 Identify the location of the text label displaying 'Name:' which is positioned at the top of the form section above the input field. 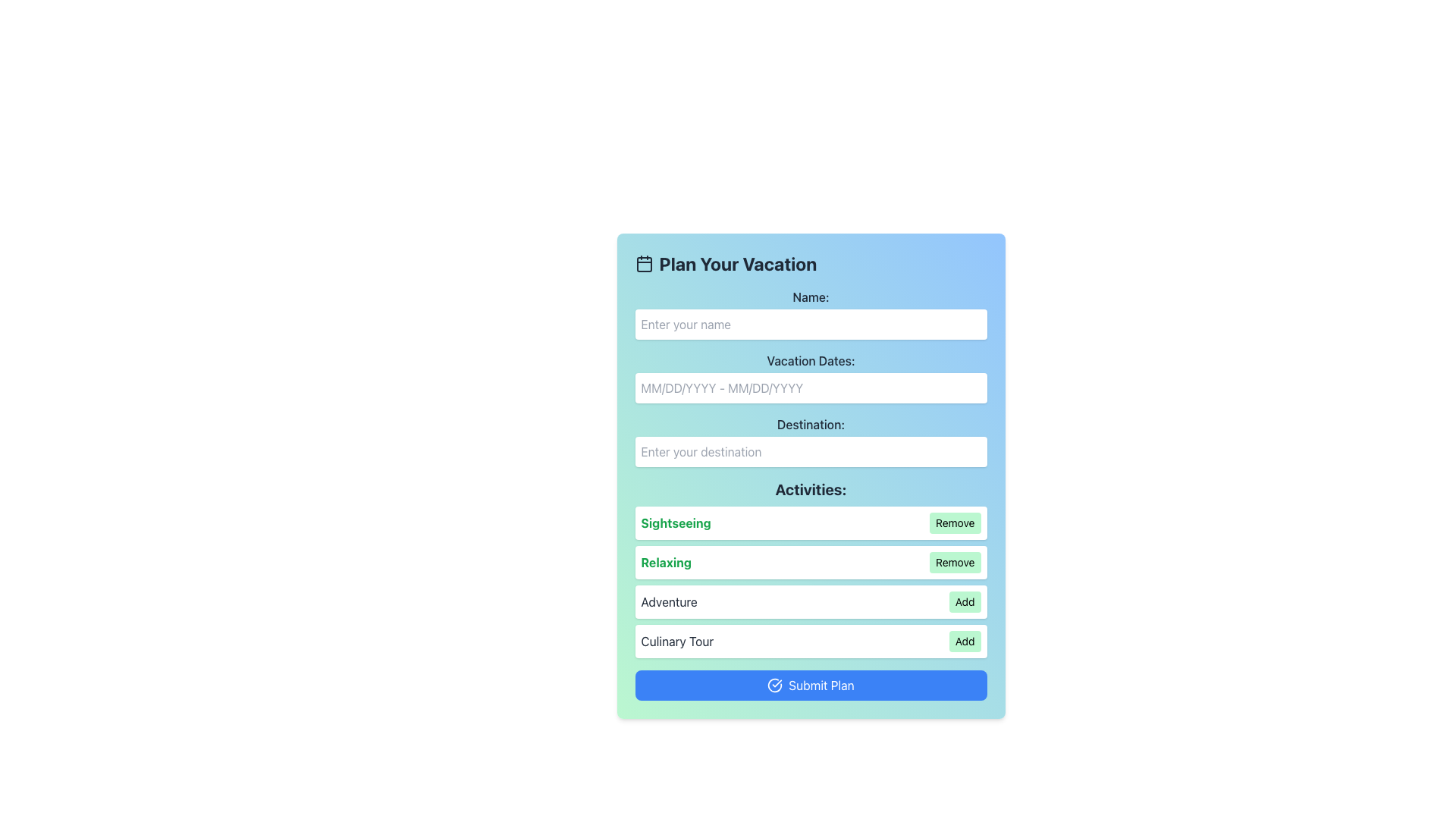
(810, 297).